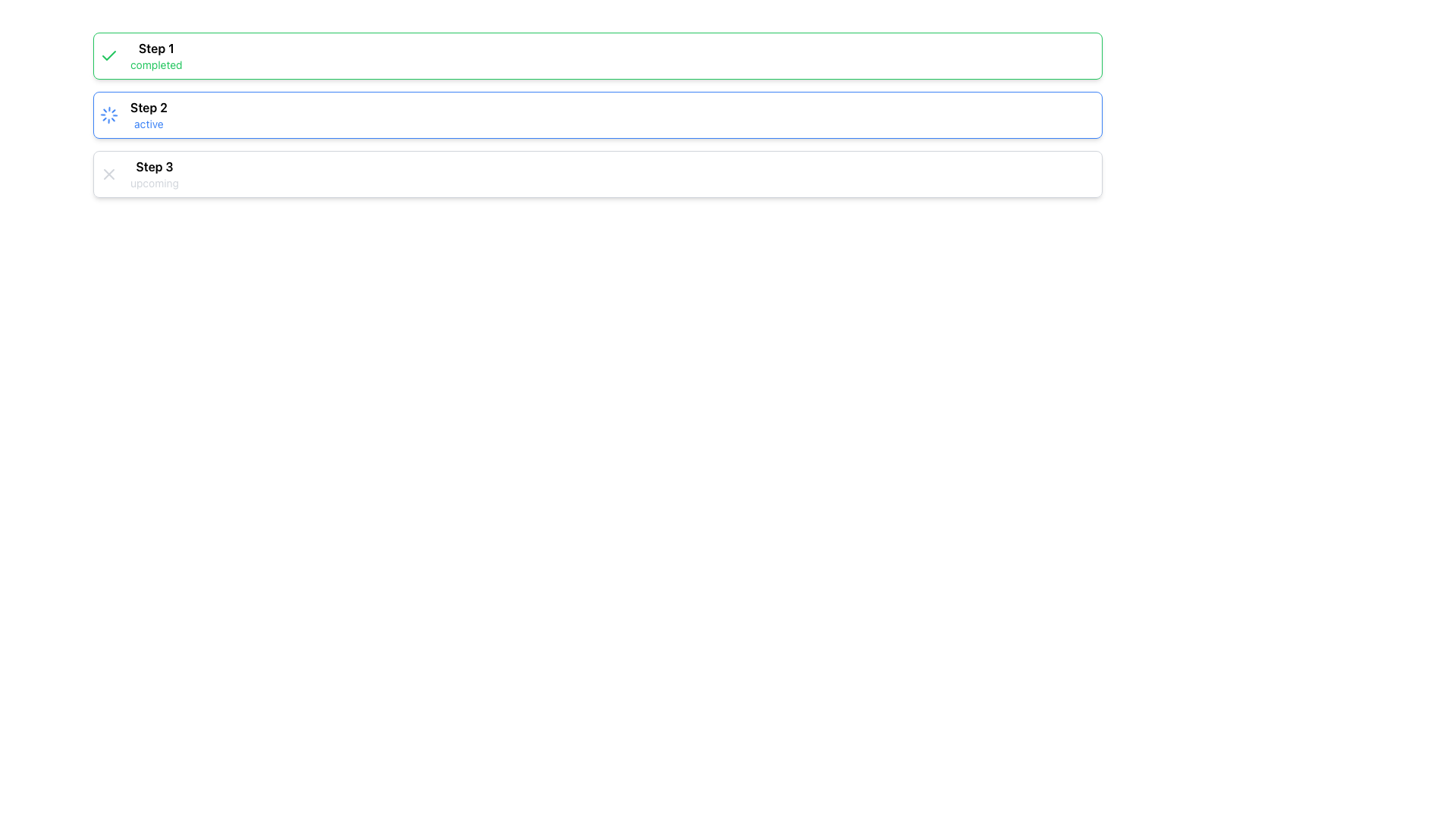 The width and height of the screenshot is (1456, 819). I want to click on the 'Step 3' text label, which is displayed in bold font and signifies an important step in the step indicator interface, so click(154, 166).